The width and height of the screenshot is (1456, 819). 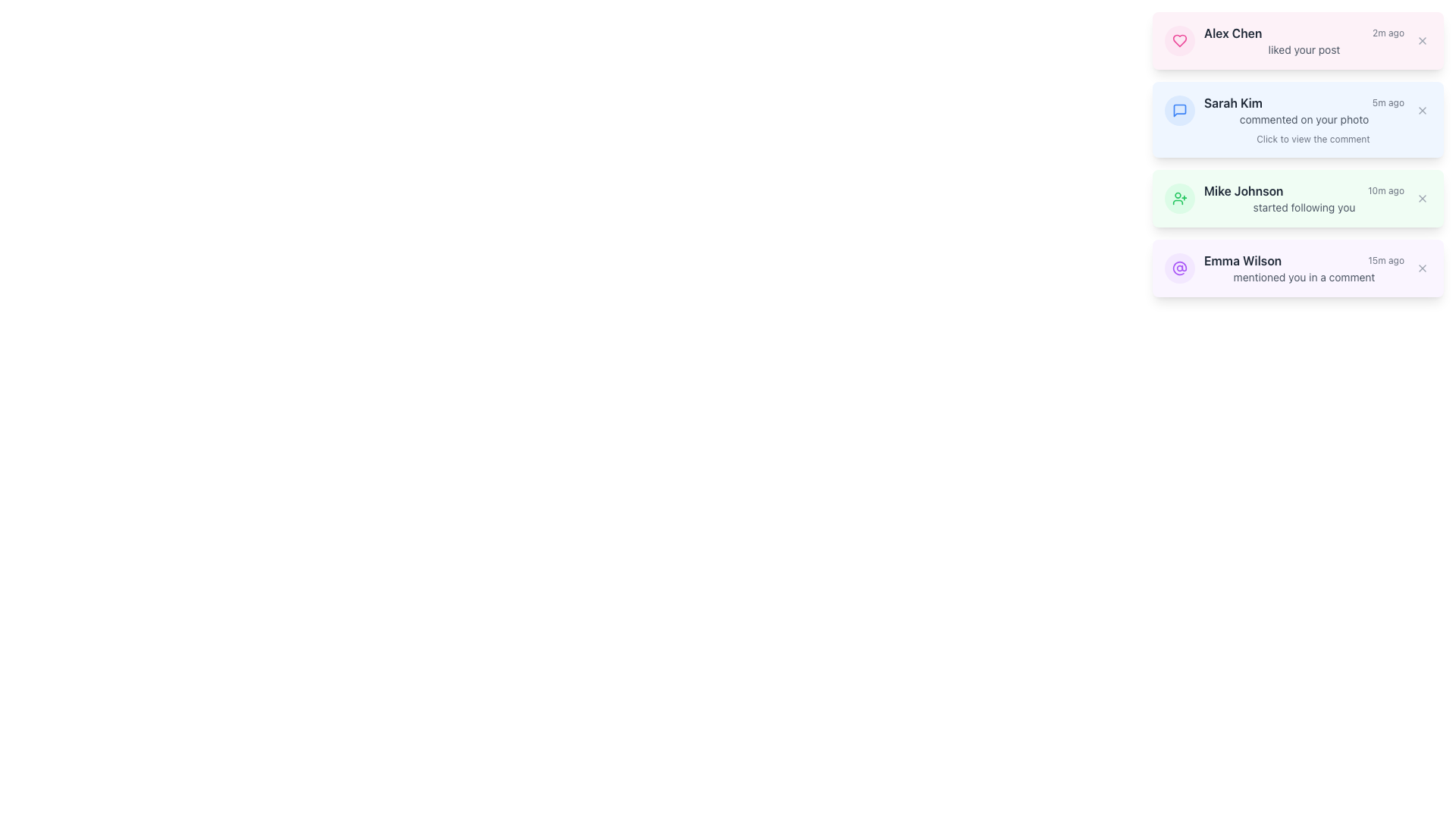 I want to click on the Notification card that notifies the user about 'Emma Wilson' mentioning them in a comment 15 minutes ago, which is the fourth in a vertically stacked list of notifications, so click(x=1298, y=268).